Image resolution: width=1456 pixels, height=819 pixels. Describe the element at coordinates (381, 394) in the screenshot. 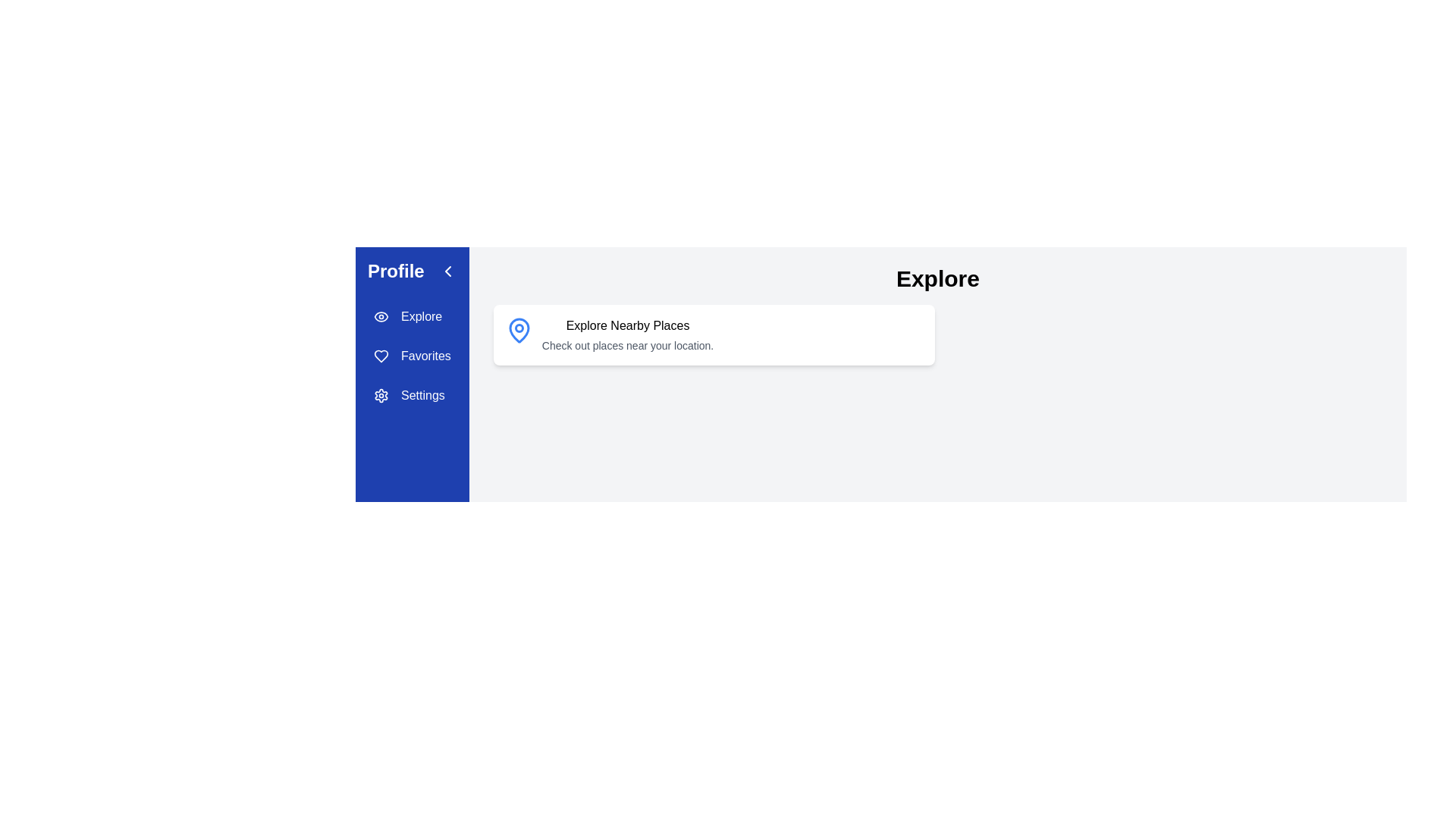

I see `the settings icon located in the vertical navigation bar on the left side of the interface, which serves as a visual indicator for accessing settings options` at that location.